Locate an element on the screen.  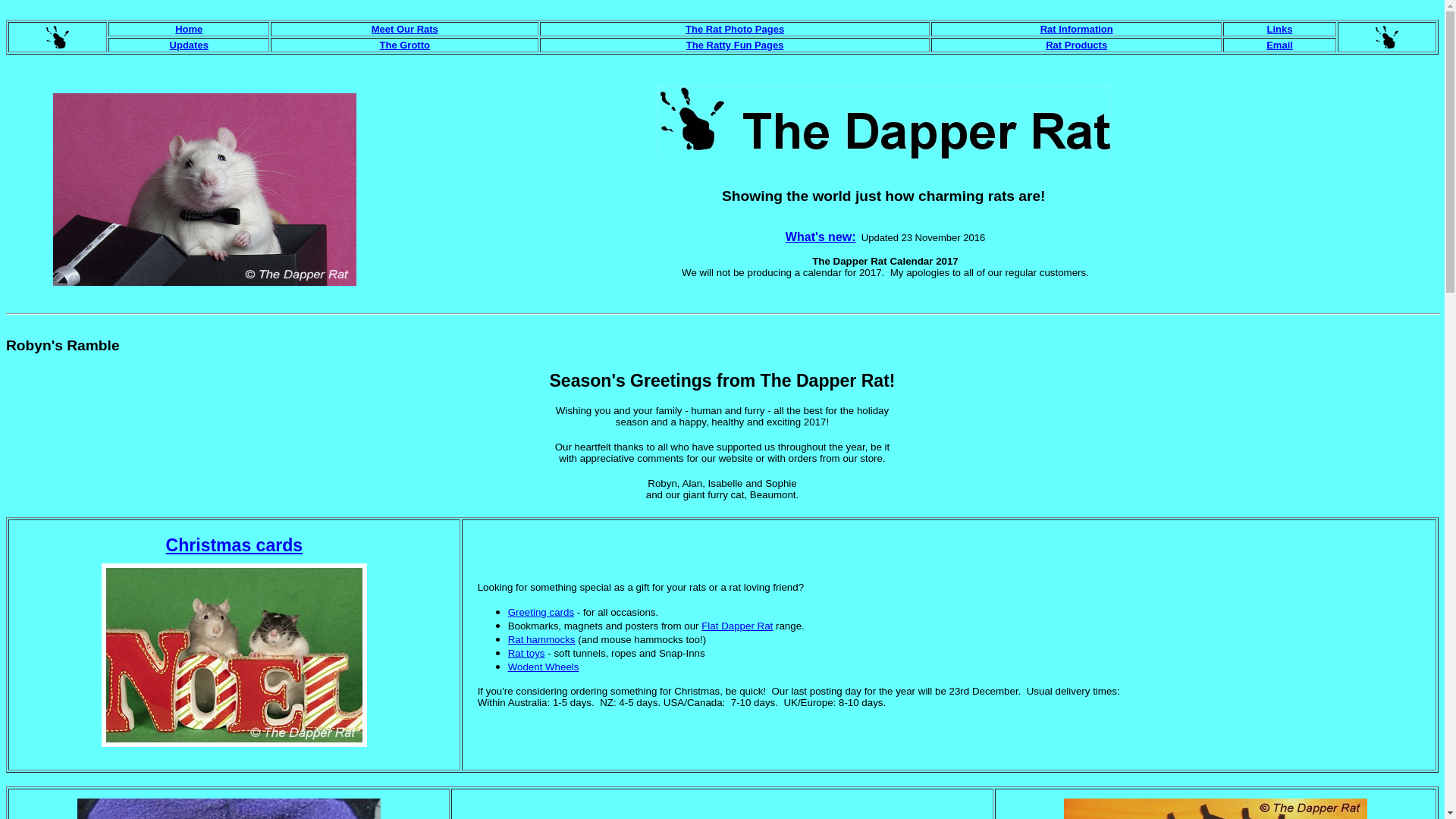
'Rat Products' is located at coordinates (1075, 44).